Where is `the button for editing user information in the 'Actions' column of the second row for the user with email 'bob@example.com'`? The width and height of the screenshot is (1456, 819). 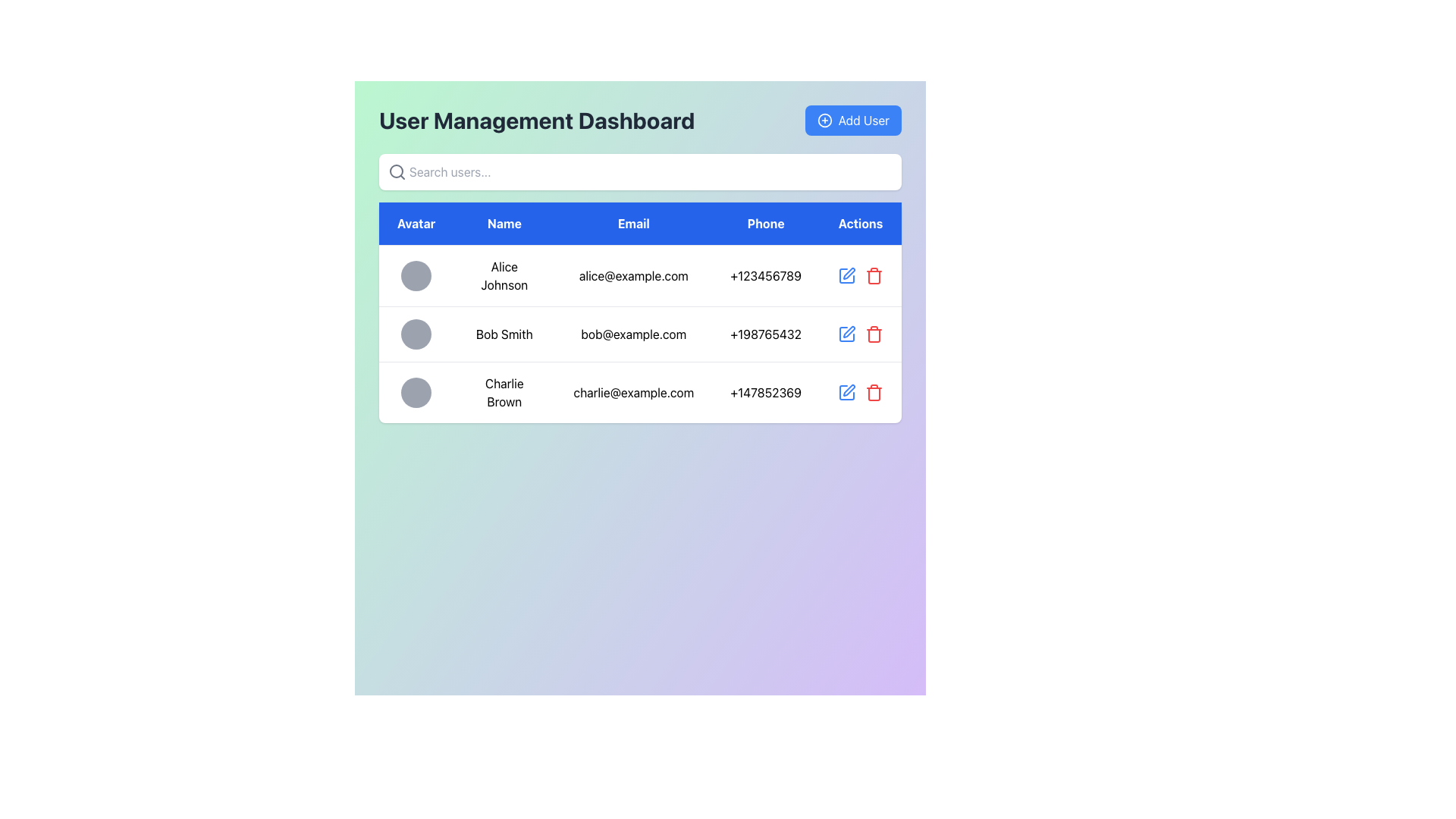
the button for editing user information in the 'Actions' column of the second row for the user with email 'bob@example.com' is located at coordinates (846, 333).